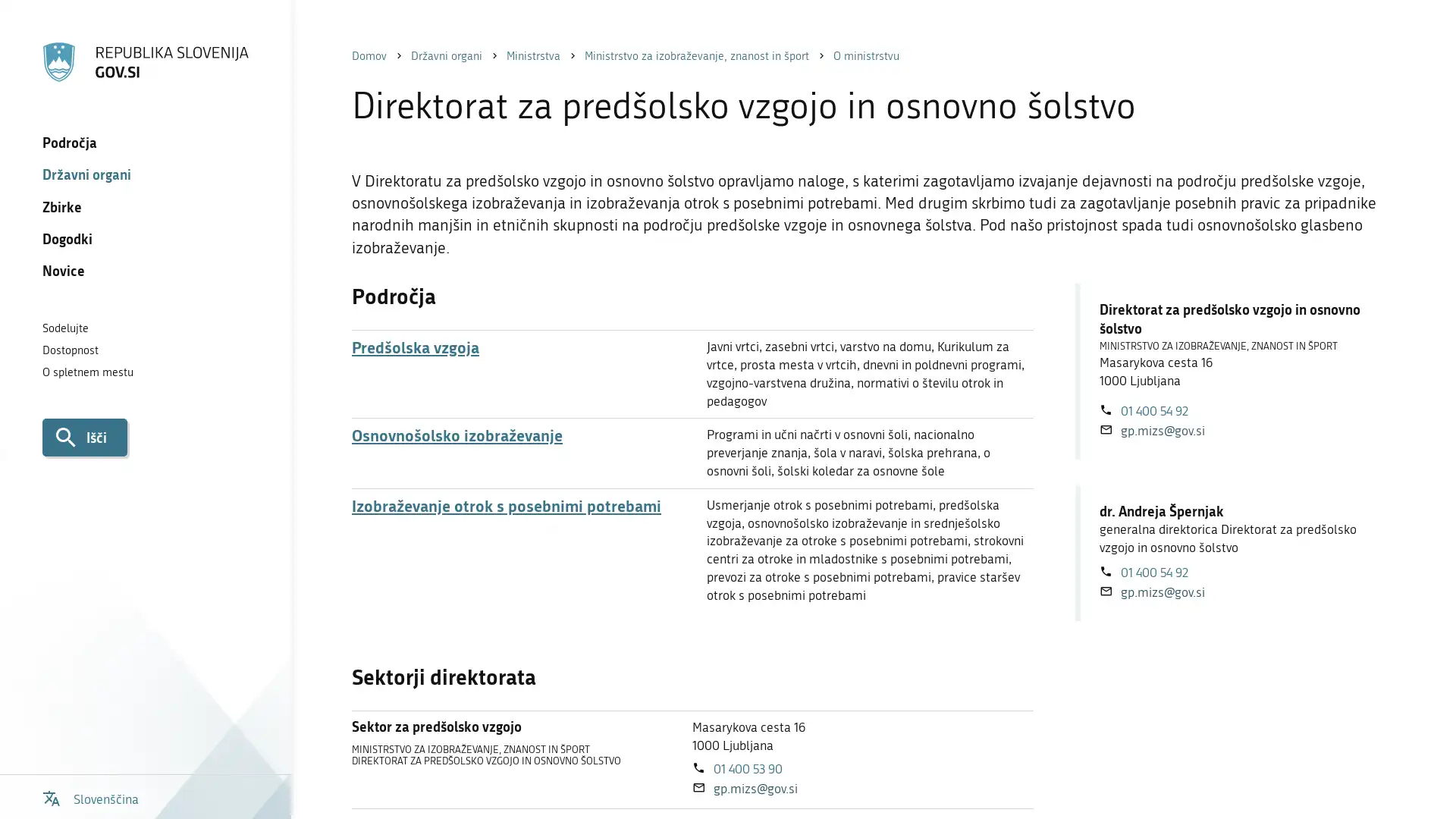 This screenshot has width=1456, height=819. What do you see at coordinates (1411, 37) in the screenshot?
I see `Zapri izbirnik za jezik` at bounding box center [1411, 37].